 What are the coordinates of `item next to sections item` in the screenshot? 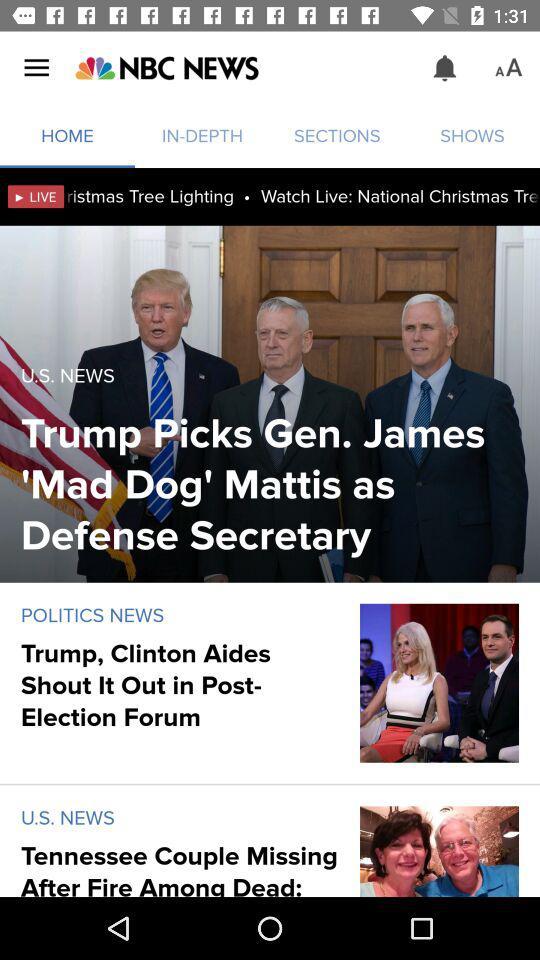 It's located at (445, 68).